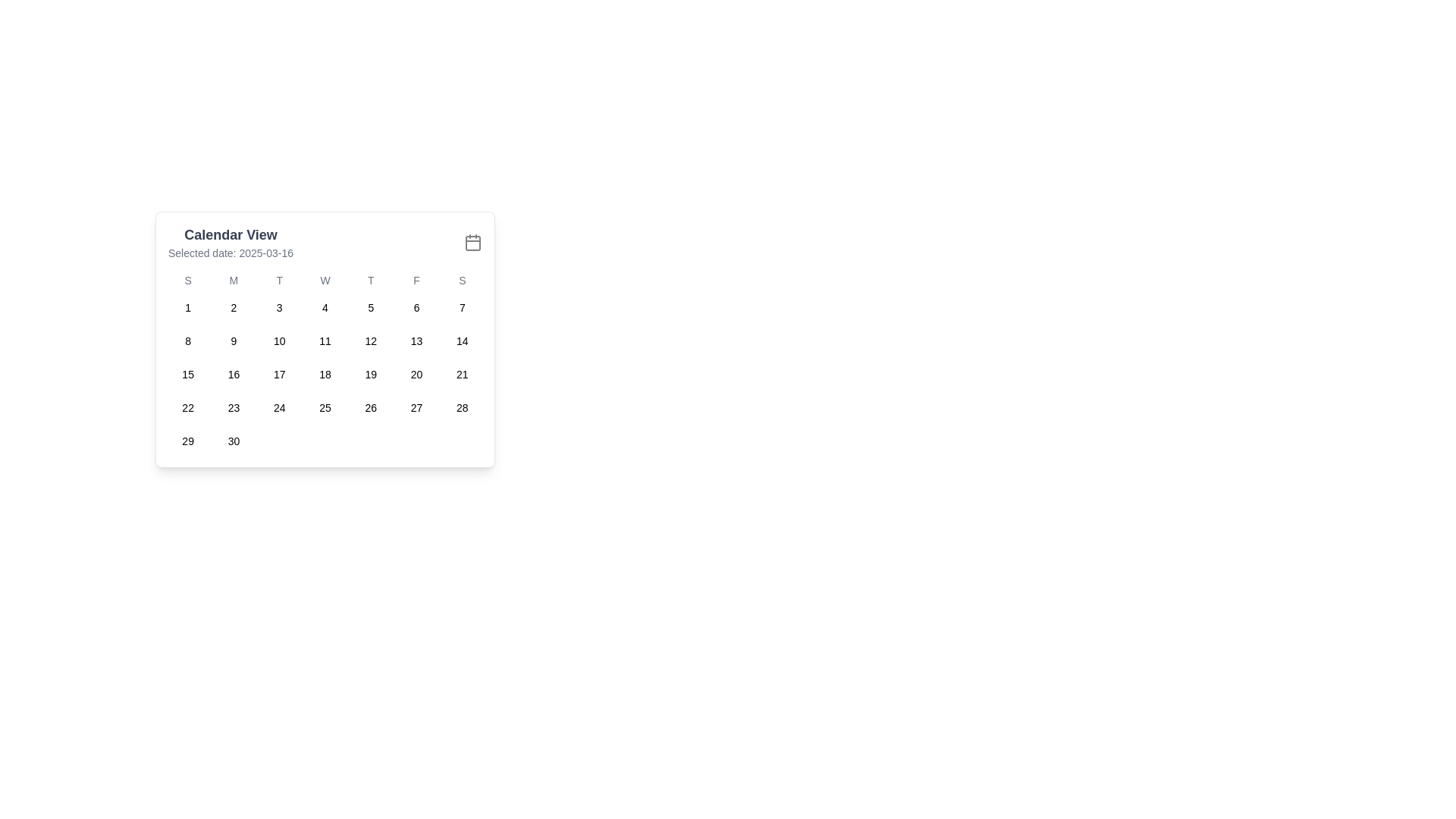 This screenshot has height=819, width=1456. I want to click on the square button labeled '1' with a rounded border in the calendar grid, so click(187, 307).